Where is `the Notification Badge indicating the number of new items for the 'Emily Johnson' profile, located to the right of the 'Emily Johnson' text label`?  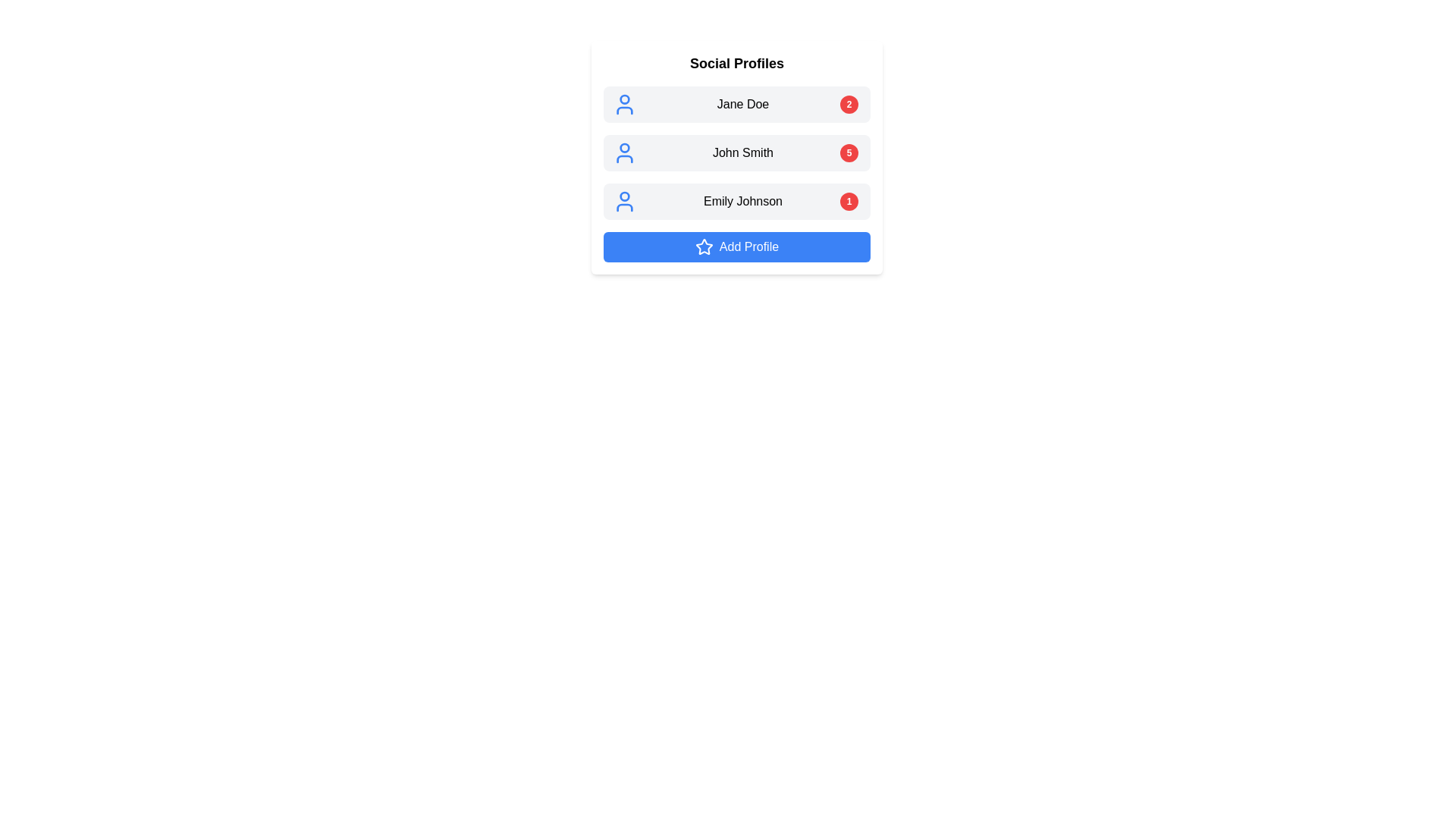
the Notification Badge indicating the number of new items for the 'Emily Johnson' profile, located to the right of the 'Emily Johnson' text label is located at coordinates (848, 201).